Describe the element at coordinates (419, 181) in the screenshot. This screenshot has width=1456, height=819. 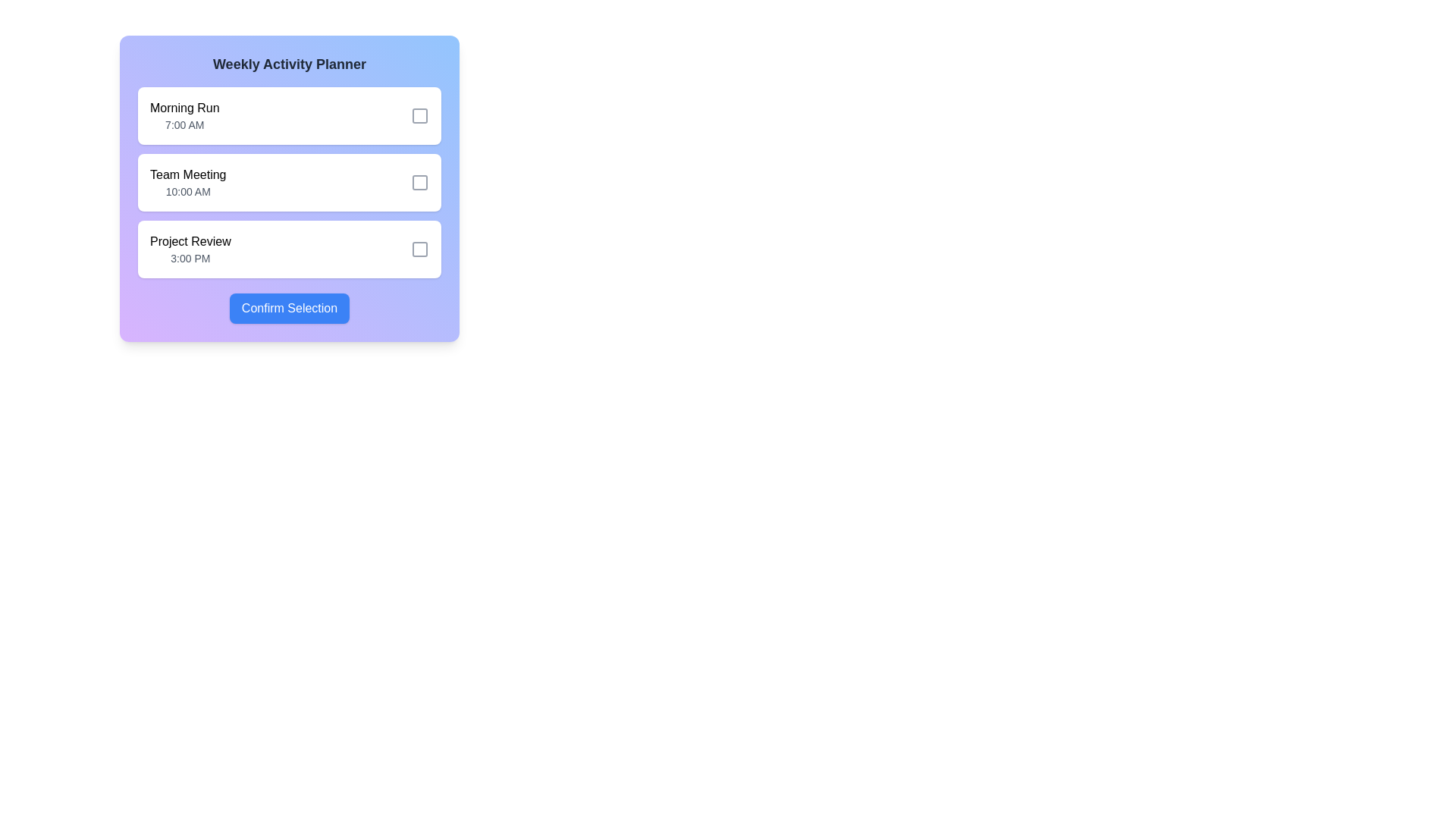
I see `the checkbox located to the right of the 'Team Meeting' and '10:00 AM' text, which is the third element in the meeting entry panel` at that location.